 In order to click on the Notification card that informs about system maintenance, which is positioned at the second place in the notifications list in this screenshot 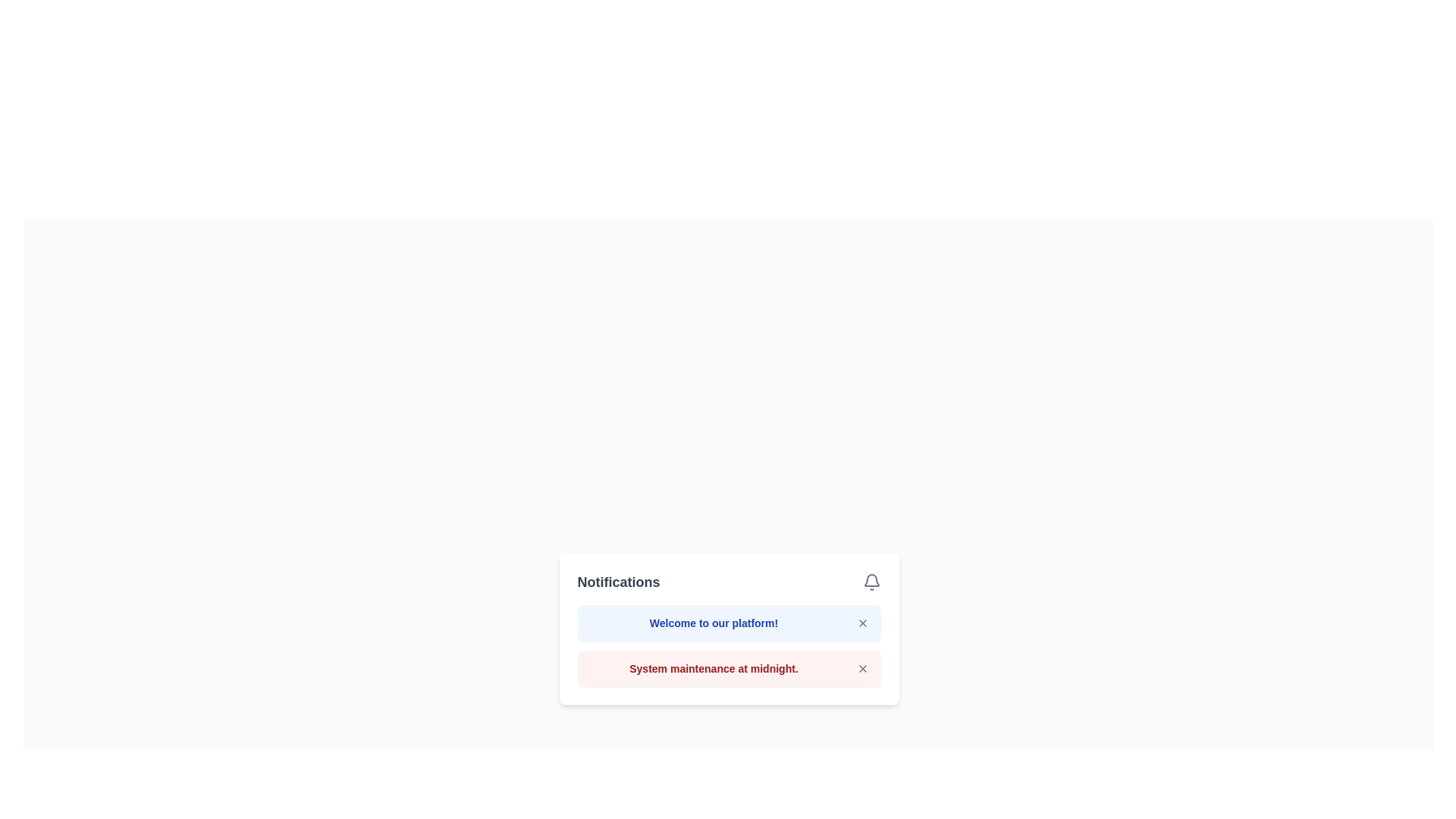, I will do `click(729, 668)`.